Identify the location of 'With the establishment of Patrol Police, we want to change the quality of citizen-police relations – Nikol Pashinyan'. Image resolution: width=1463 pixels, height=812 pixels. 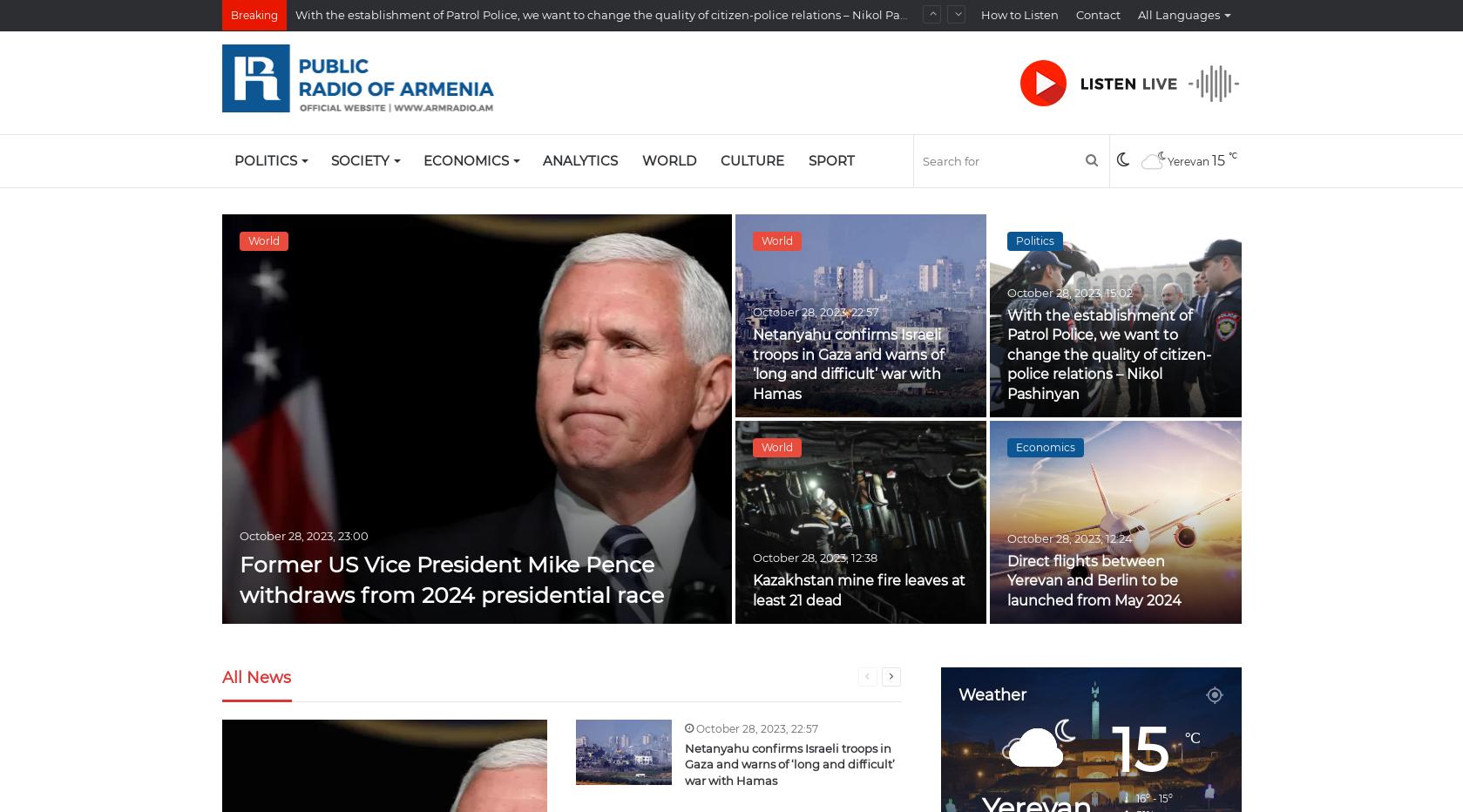
(1108, 354).